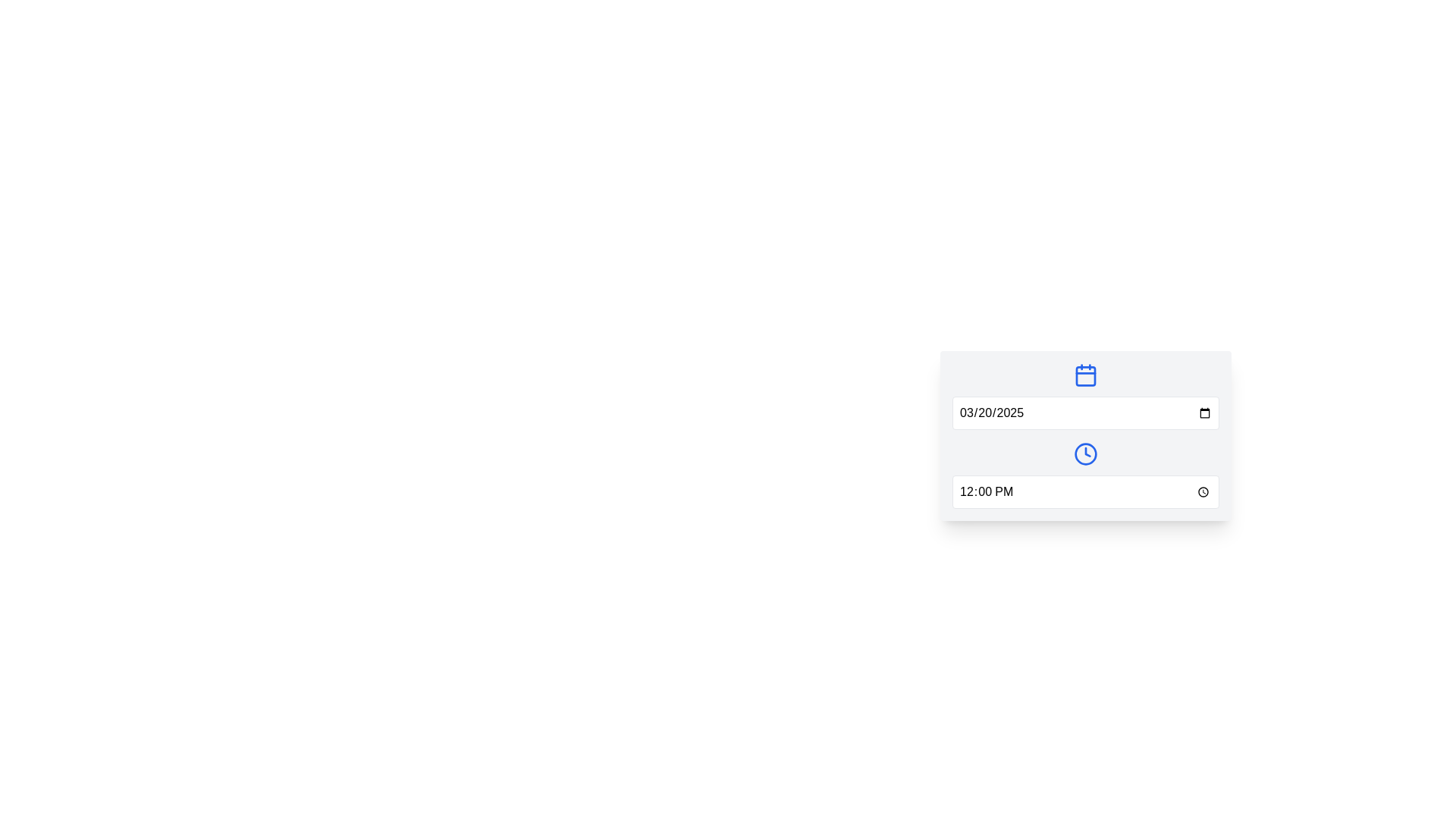 Image resolution: width=1456 pixels, height=819 pixels. What do you see at coordinates (1170, 512) in the screenshot?
I see `the composite component containing the date picker and time picker input fields, which features a light gray background and rounded corners` at bounding box center [1170, 512].